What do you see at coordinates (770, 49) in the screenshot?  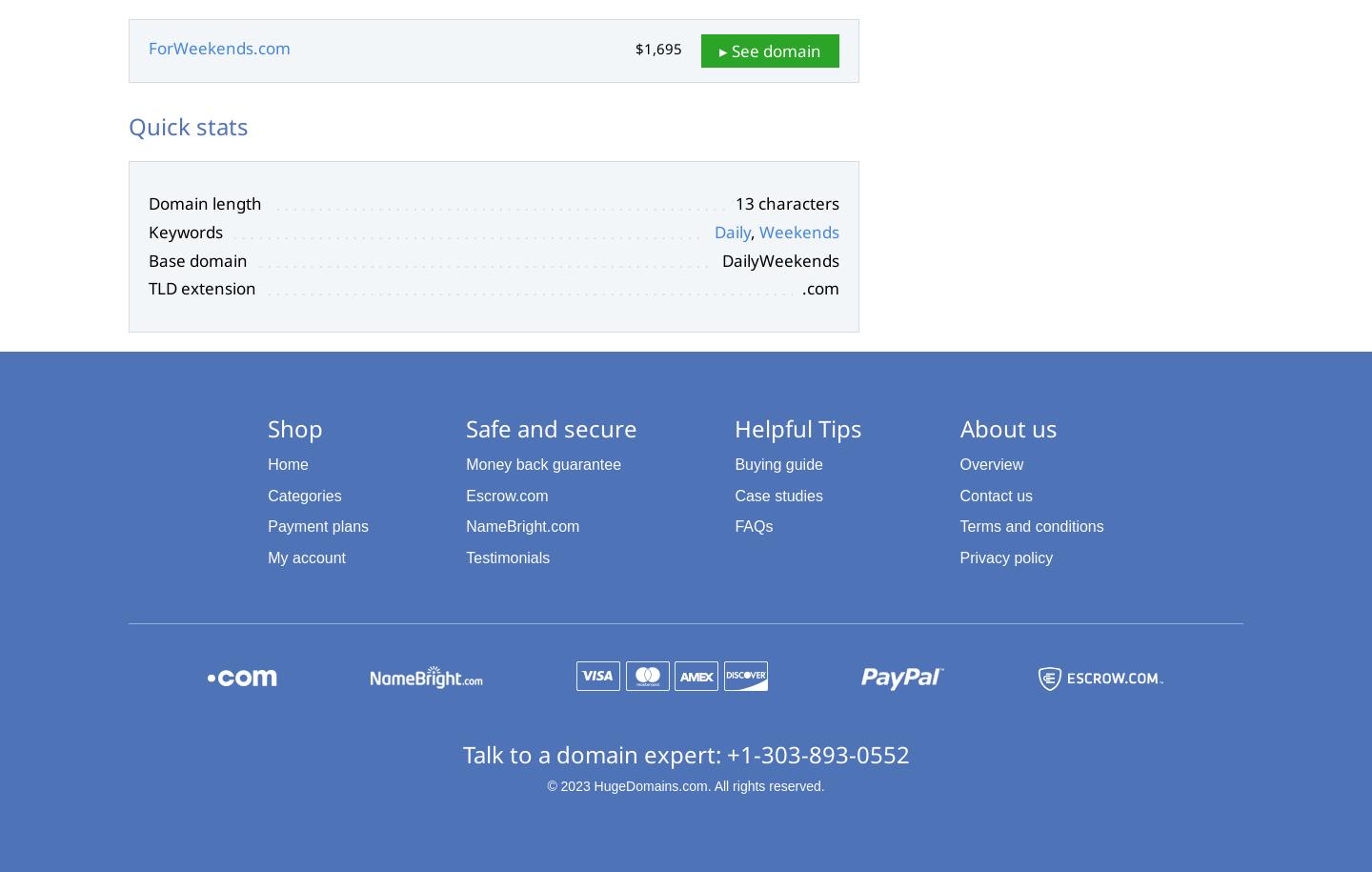 I see `'▸ See domain'` at bounding box center [770, 49].